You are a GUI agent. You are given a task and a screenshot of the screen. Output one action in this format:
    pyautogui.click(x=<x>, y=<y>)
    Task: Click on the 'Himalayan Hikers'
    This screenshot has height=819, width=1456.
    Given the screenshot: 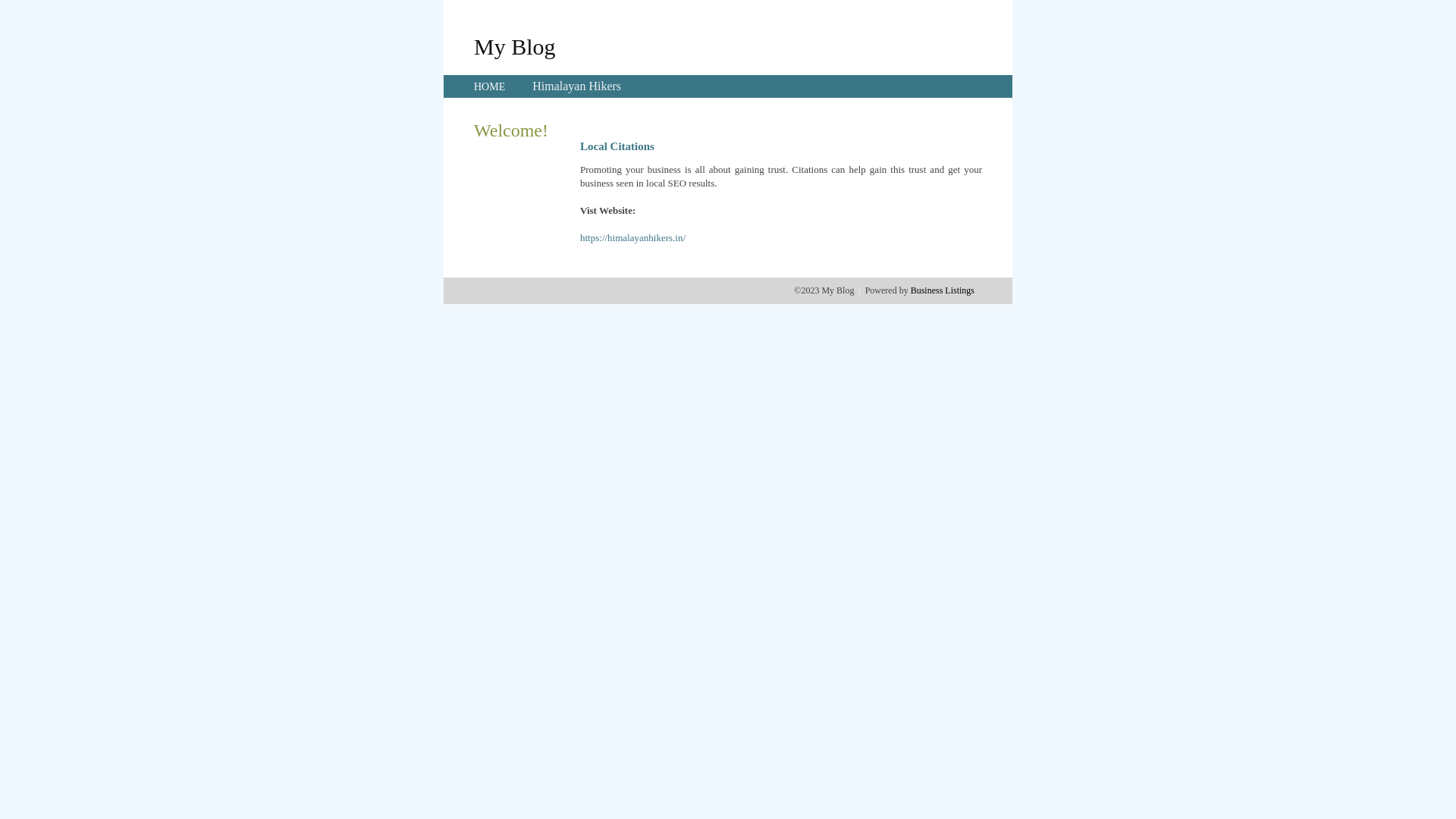 What is the action you would take?
    pyautogui.click(x=576, y=86)
    